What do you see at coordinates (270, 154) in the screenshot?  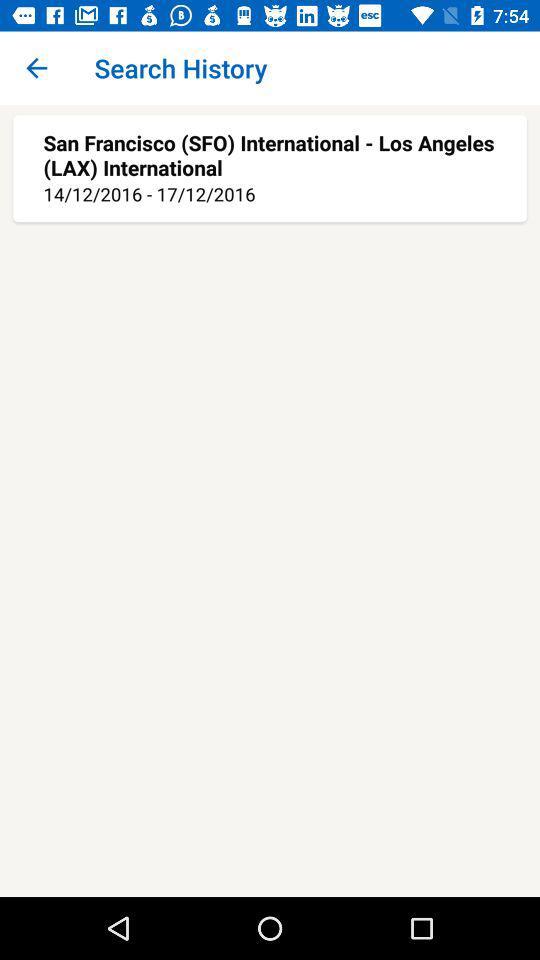 I see `san francisco sfo` at bounding box center [270, 154].